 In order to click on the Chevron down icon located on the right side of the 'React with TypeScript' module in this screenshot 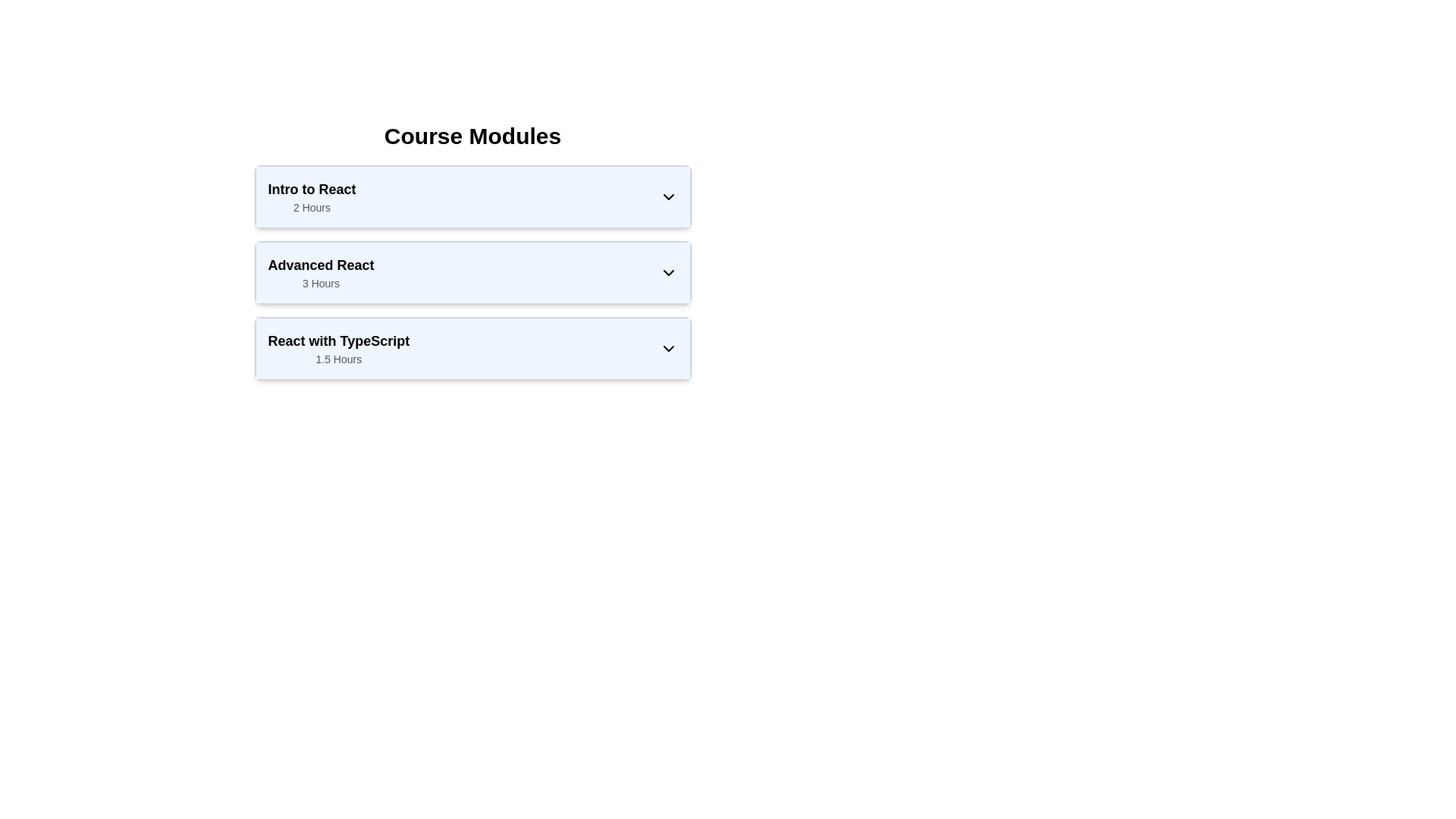, I will do `click(667, 348)`.